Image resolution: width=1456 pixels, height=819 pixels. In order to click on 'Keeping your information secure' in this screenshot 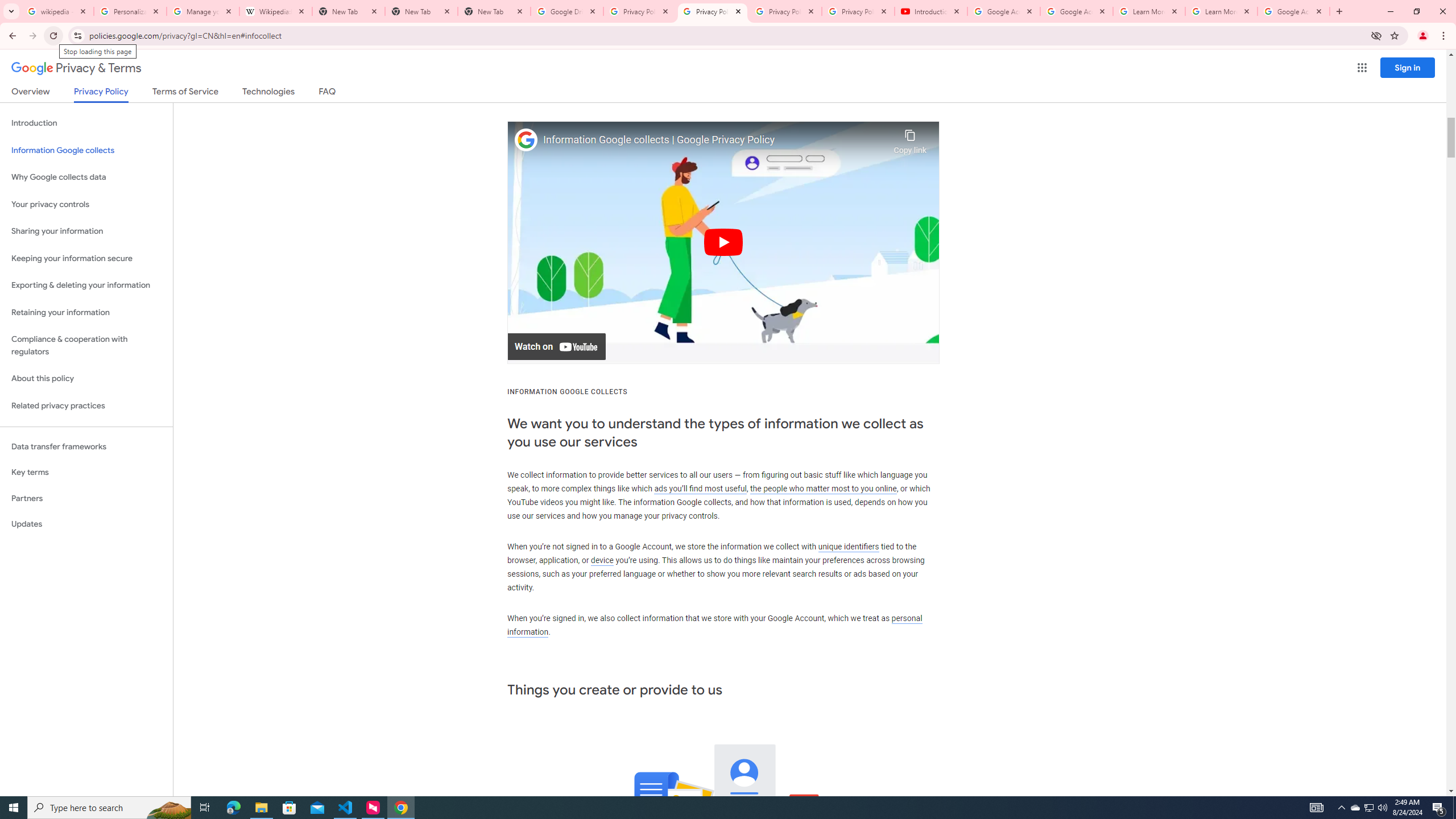, I will do `click(86, 259)`.